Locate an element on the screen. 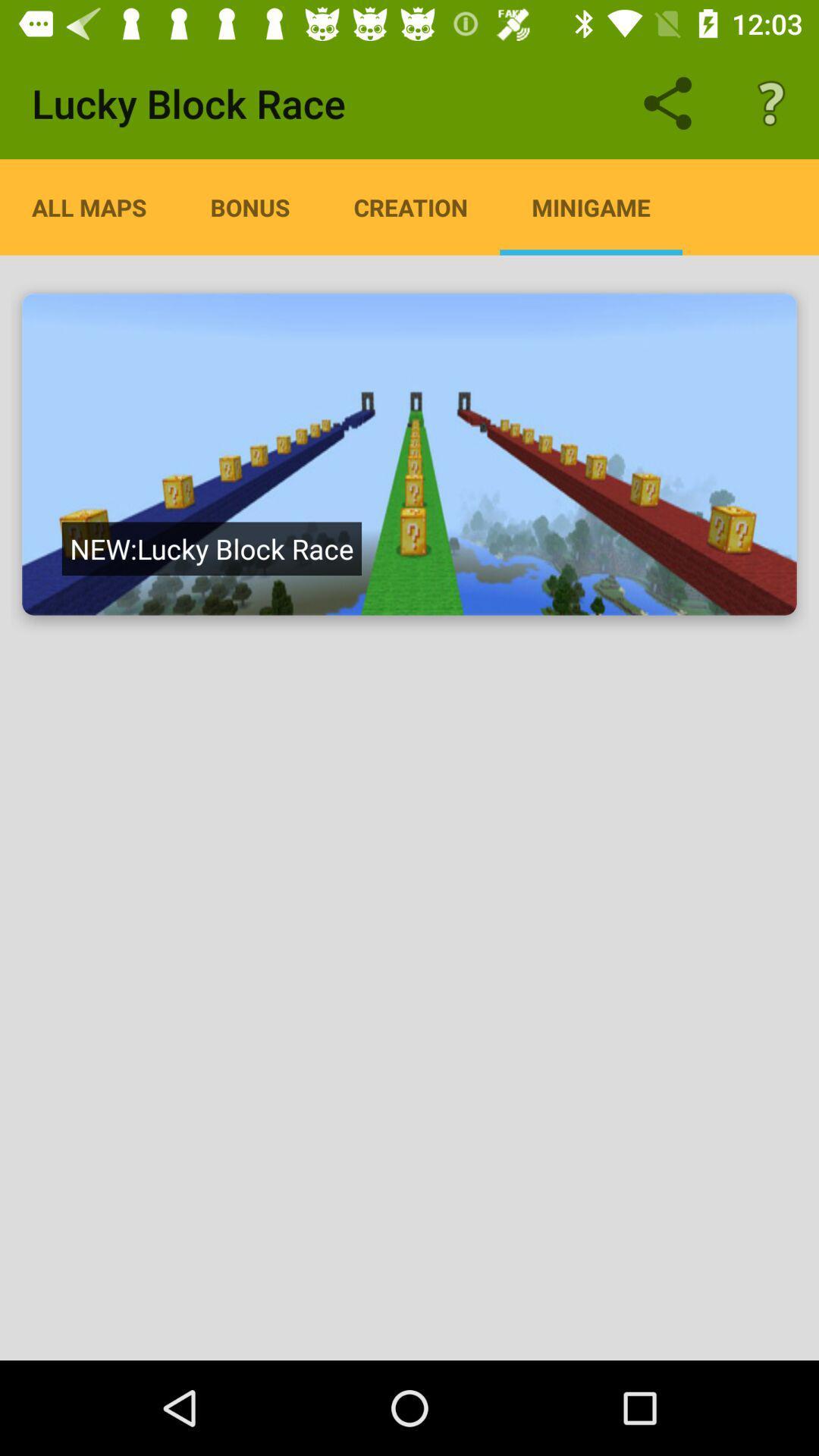 This screenshot has height=1456, width=819. the new lucky block is located at coordinates (212, 548).